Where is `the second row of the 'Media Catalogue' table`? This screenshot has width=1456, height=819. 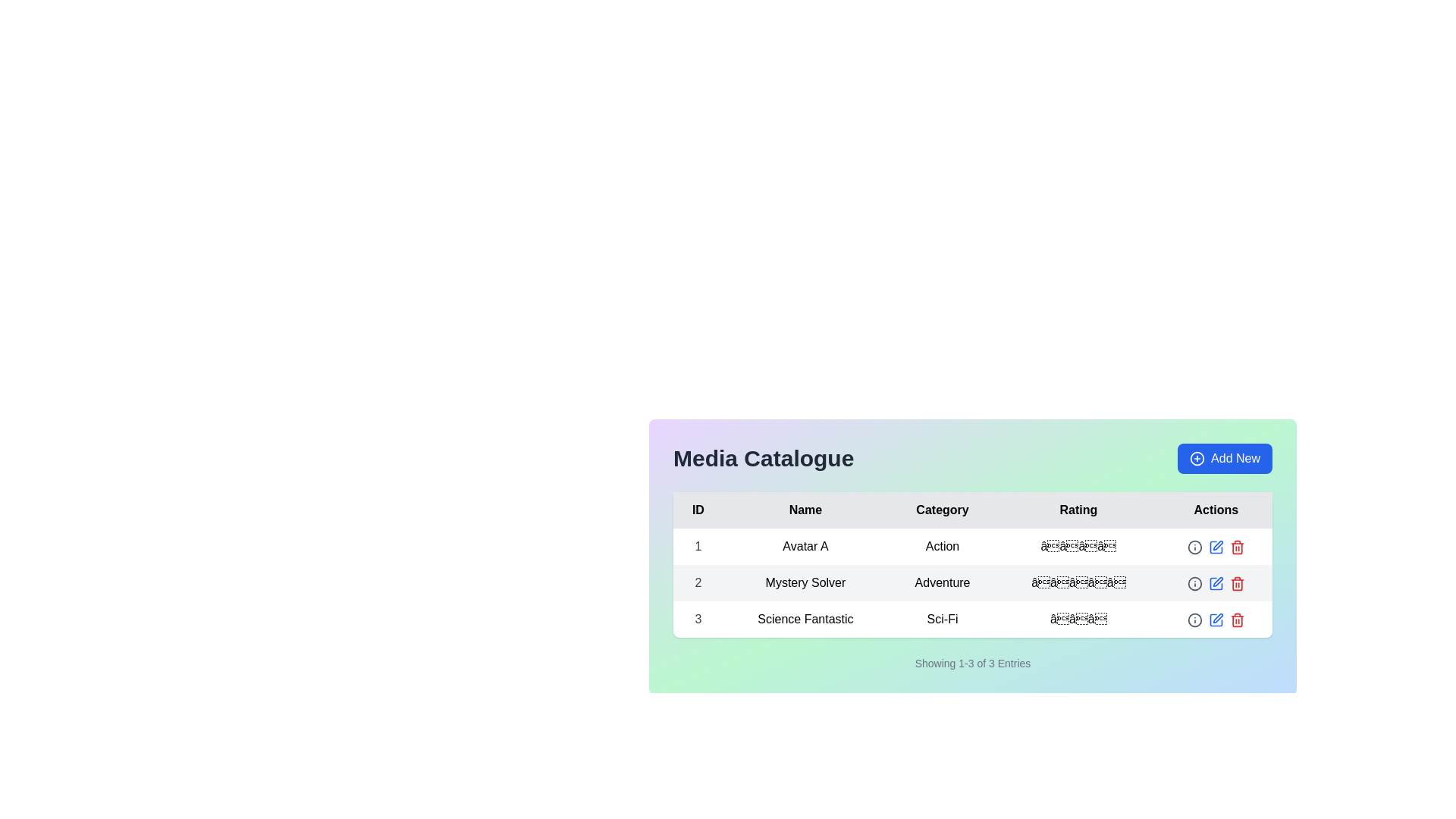 the second row of the 'Media Catalogue' table is located at coordinates (972, 582).